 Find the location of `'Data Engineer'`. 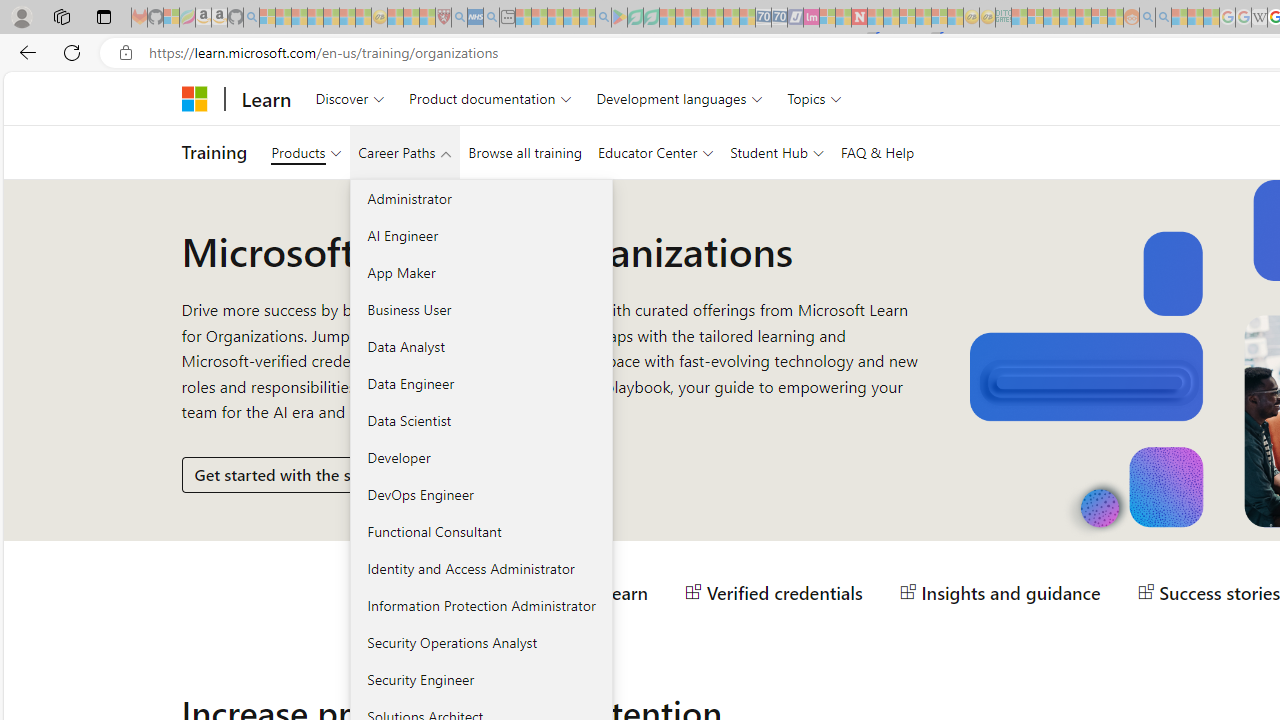

'Data Engineer' is located at coordinates (481, 383).